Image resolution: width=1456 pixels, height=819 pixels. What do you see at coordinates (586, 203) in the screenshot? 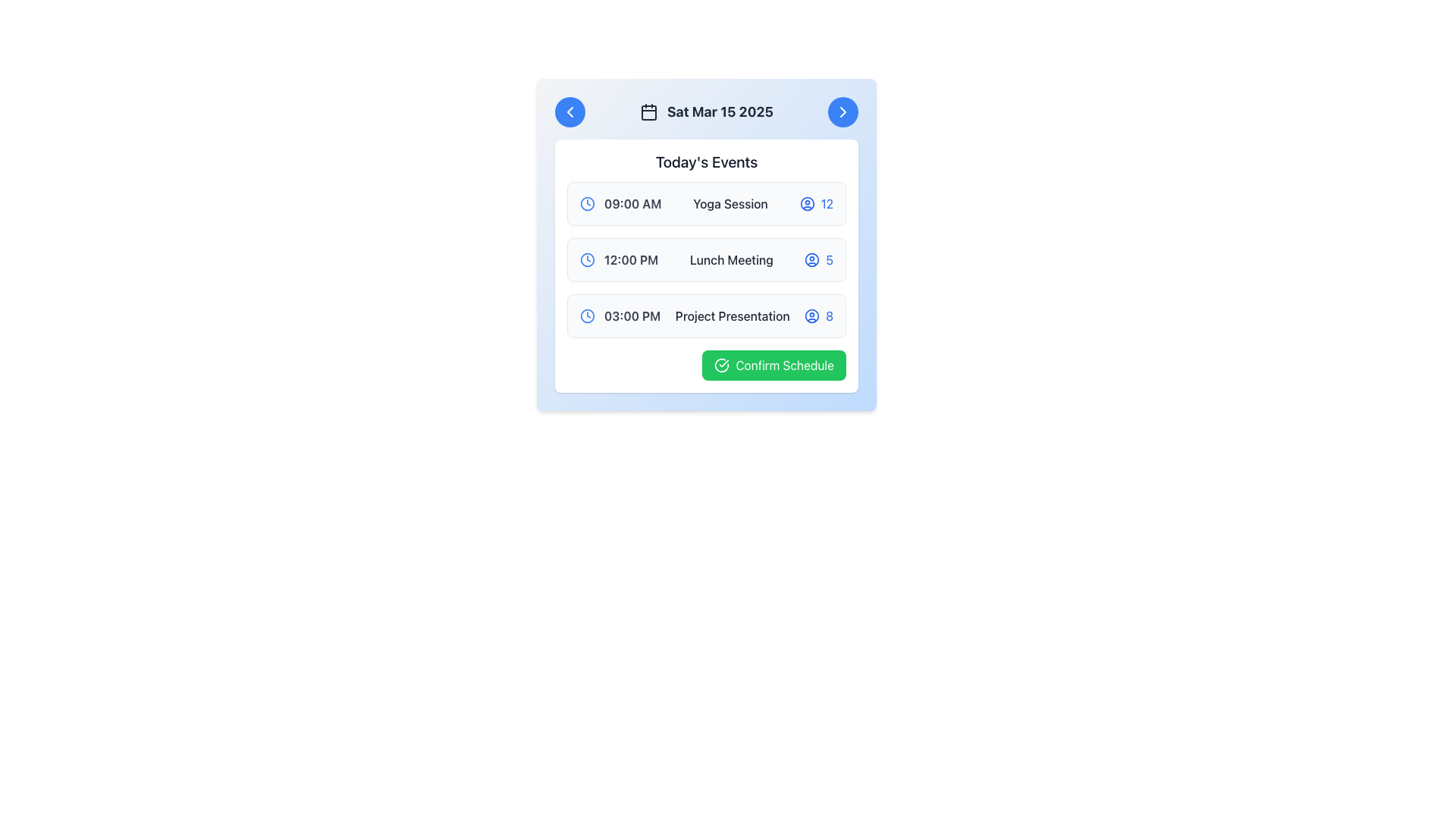
I see `the clock icon adjacent to the text '09:00 AM' within the first event entry of the displayed schedule` at bounding box center [586, 203].